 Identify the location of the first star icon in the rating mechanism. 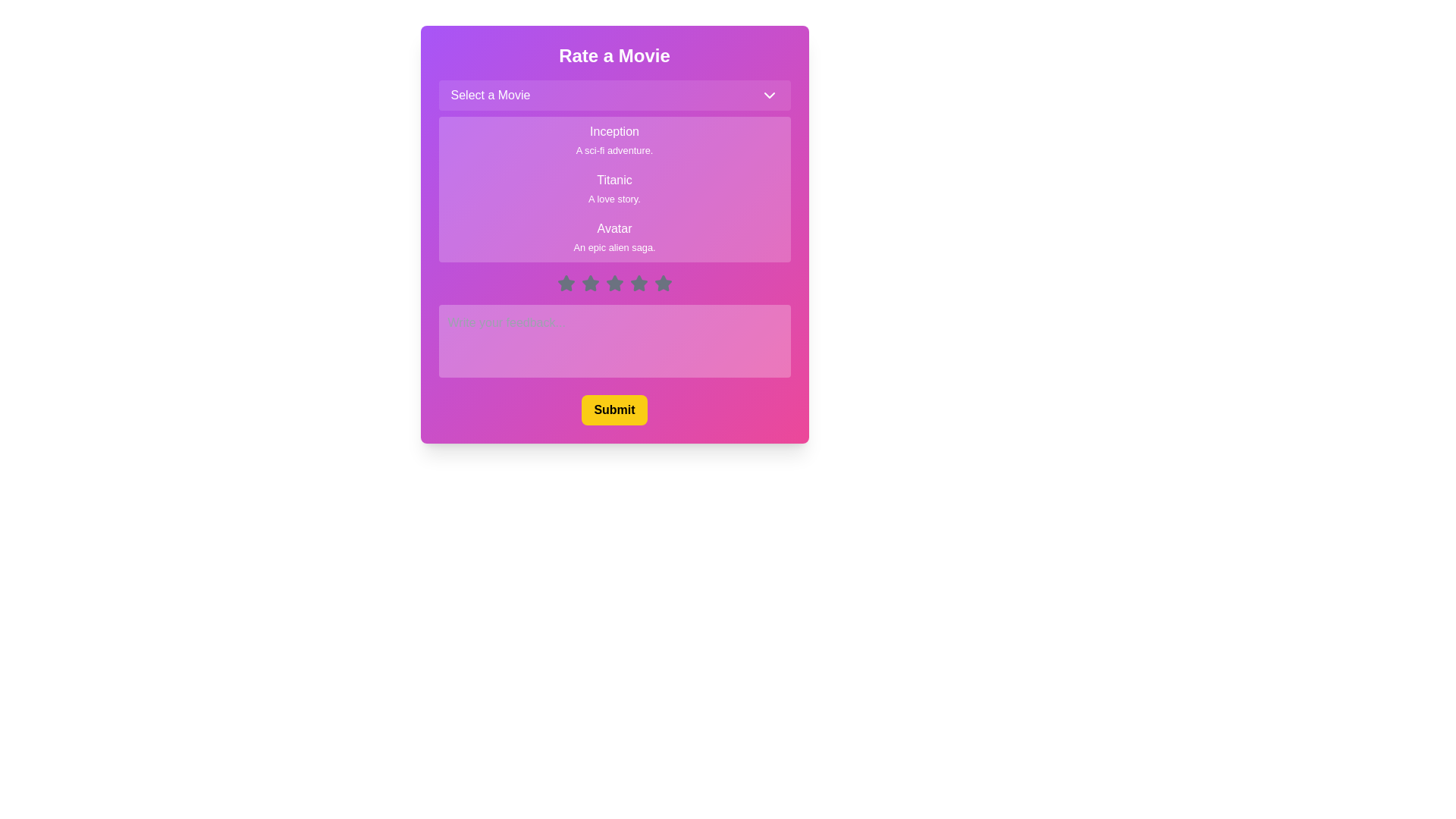
(565, 284).